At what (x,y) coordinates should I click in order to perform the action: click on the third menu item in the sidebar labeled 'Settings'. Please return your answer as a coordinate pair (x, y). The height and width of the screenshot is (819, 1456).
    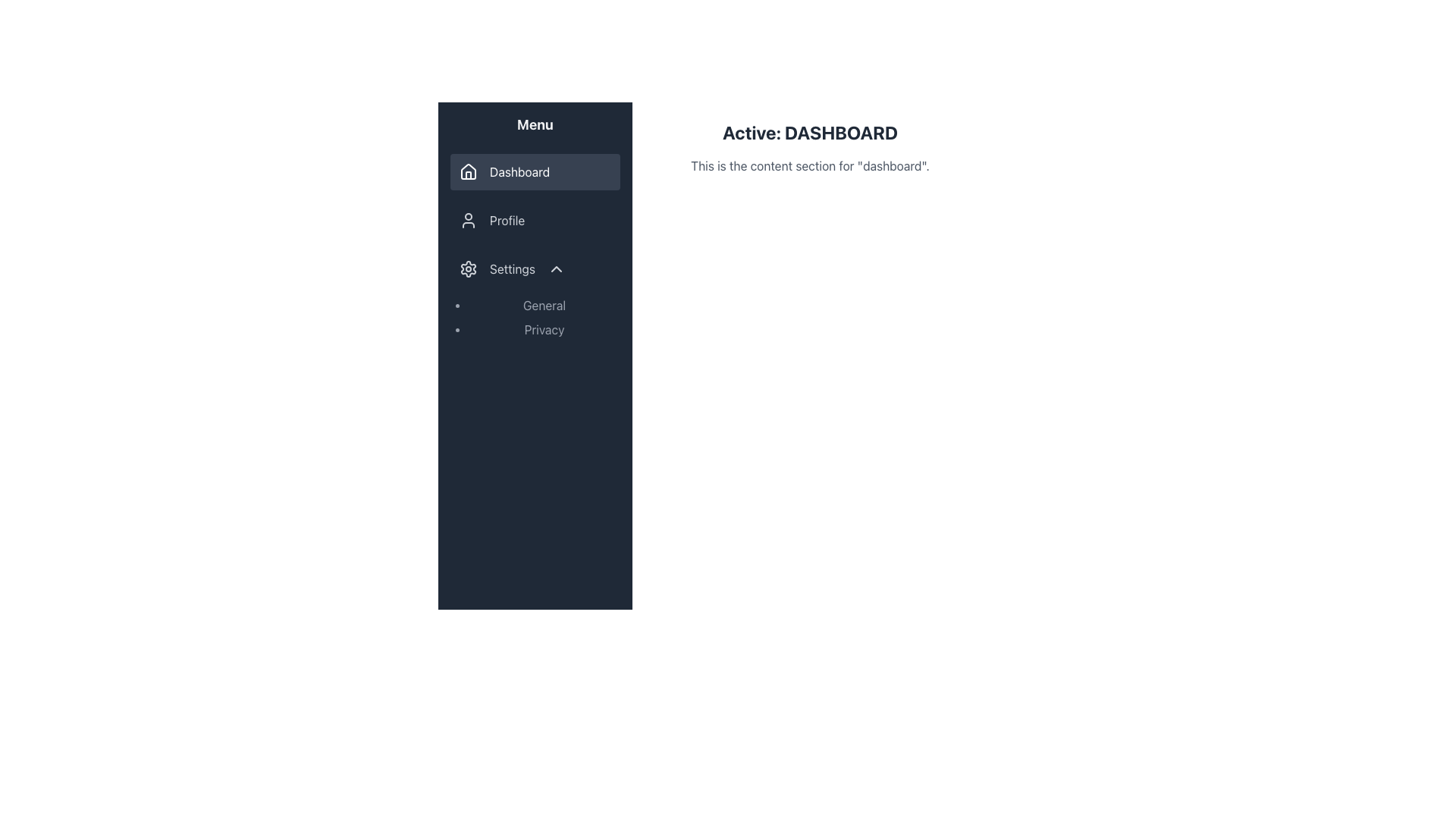
    Looking at the image, I should click on (535, 268).